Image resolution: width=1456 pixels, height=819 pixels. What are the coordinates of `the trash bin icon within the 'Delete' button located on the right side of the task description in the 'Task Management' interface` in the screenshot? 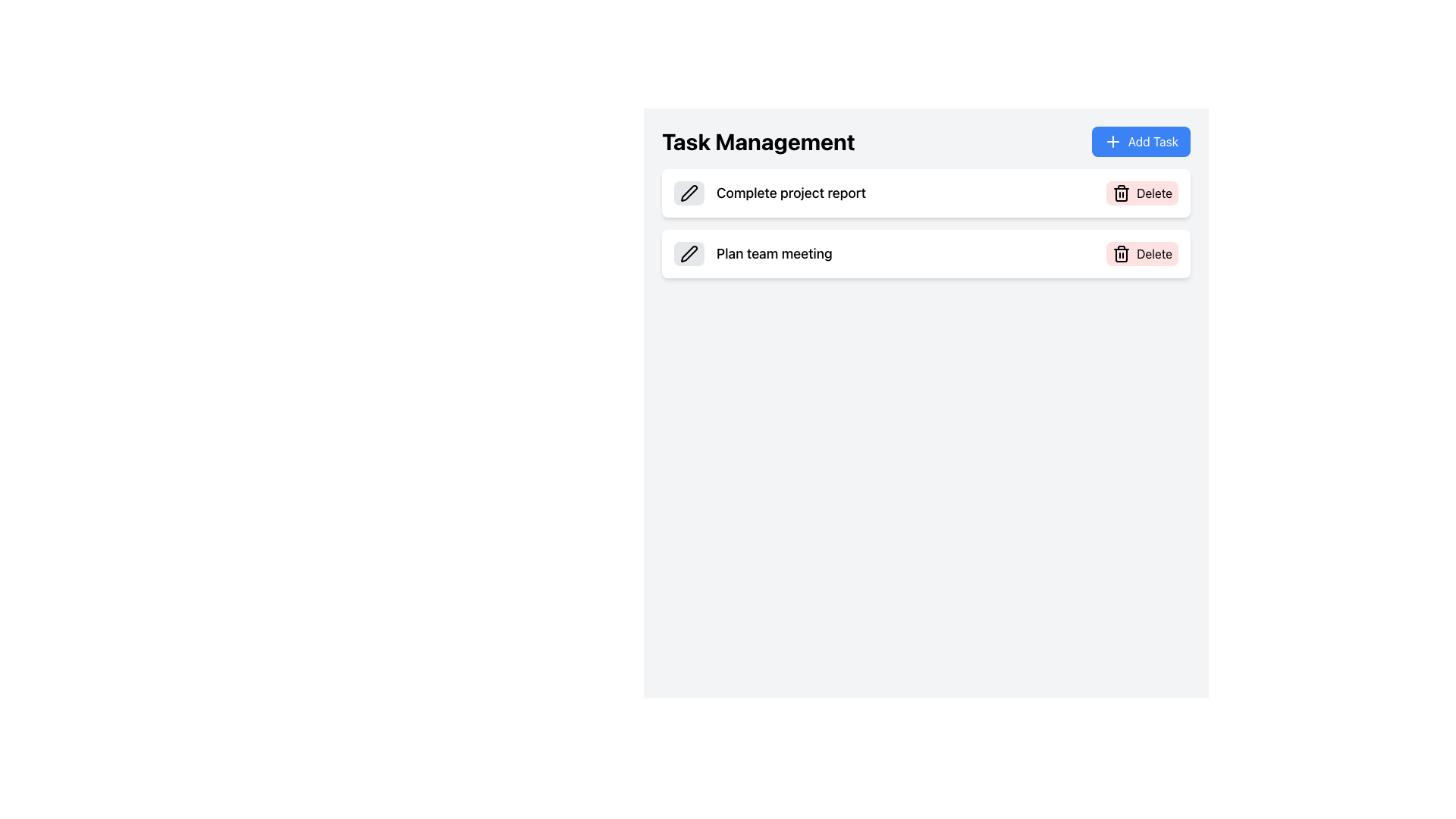 It's located at (1122, 253).